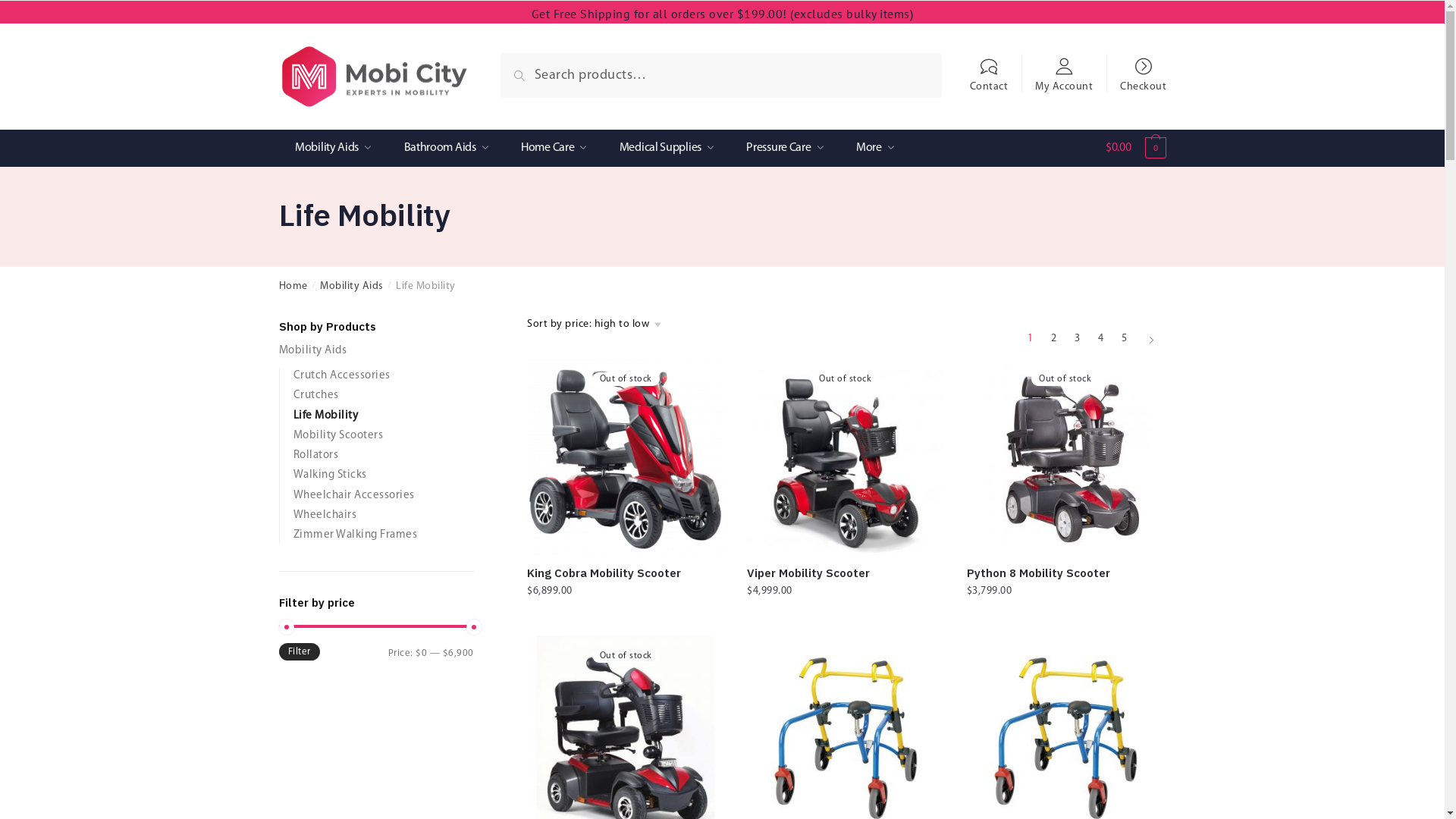 The height and width of the screenshot is (819, 1456). Describe the element at coordinates (1143, 67) in the screenshot. I see `'Checkout'` at that location.